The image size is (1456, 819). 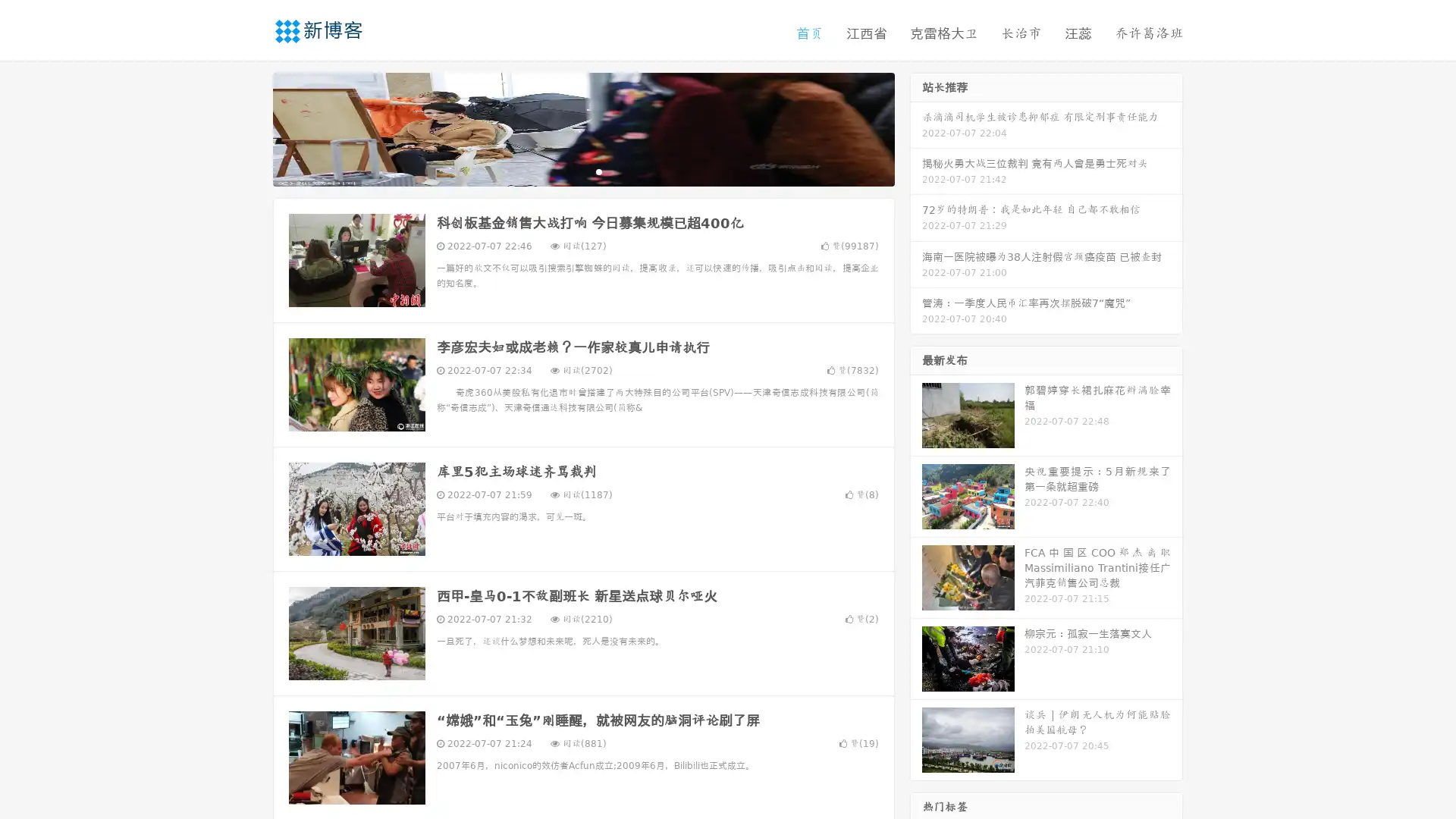 I want to click on Go to slide 3, so click(x=598, y=171).